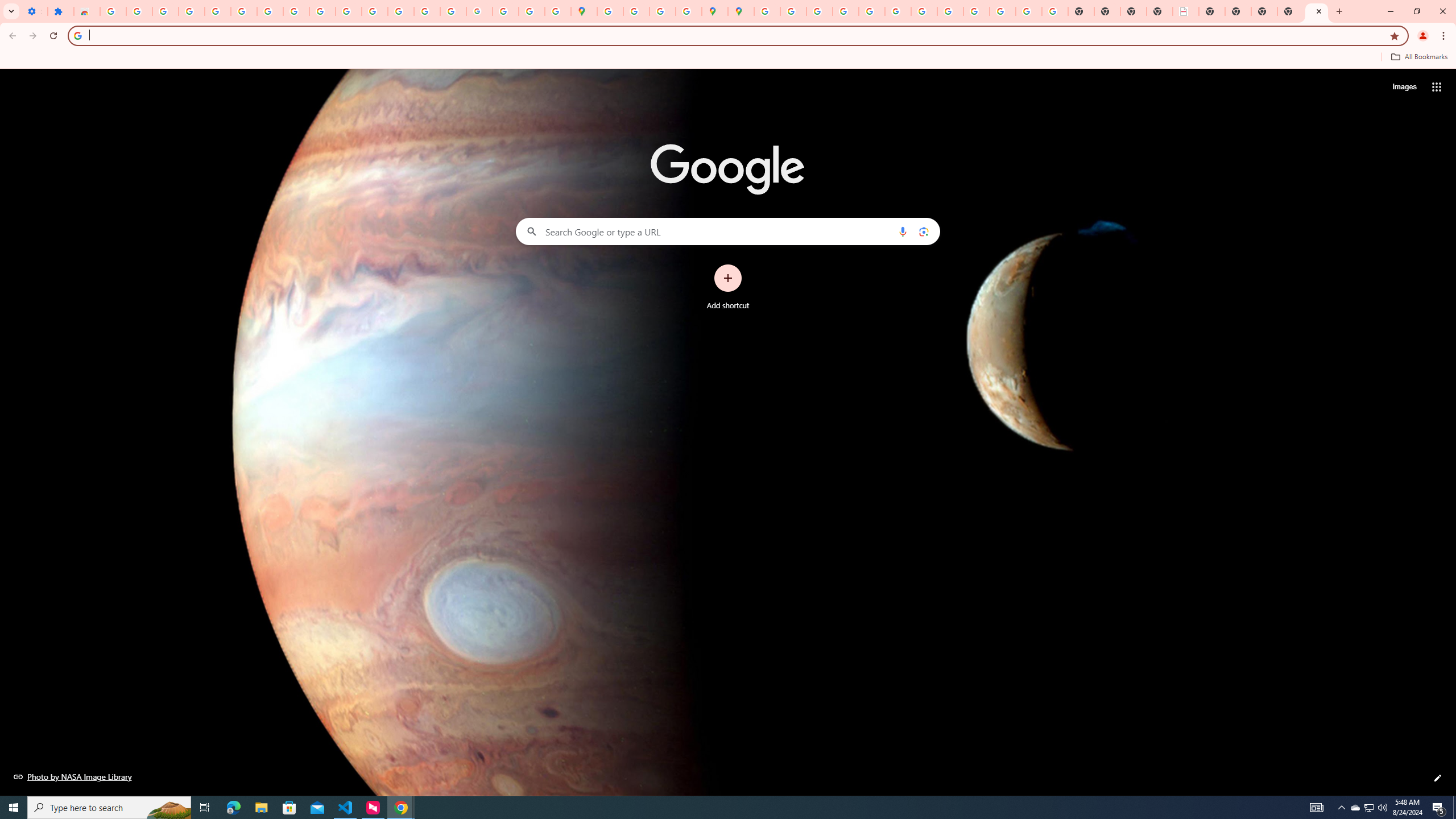 This screenshot has width=1456, height=819. I want to click on 'Privacy Help Center - Policies Help', so click(818, 11).